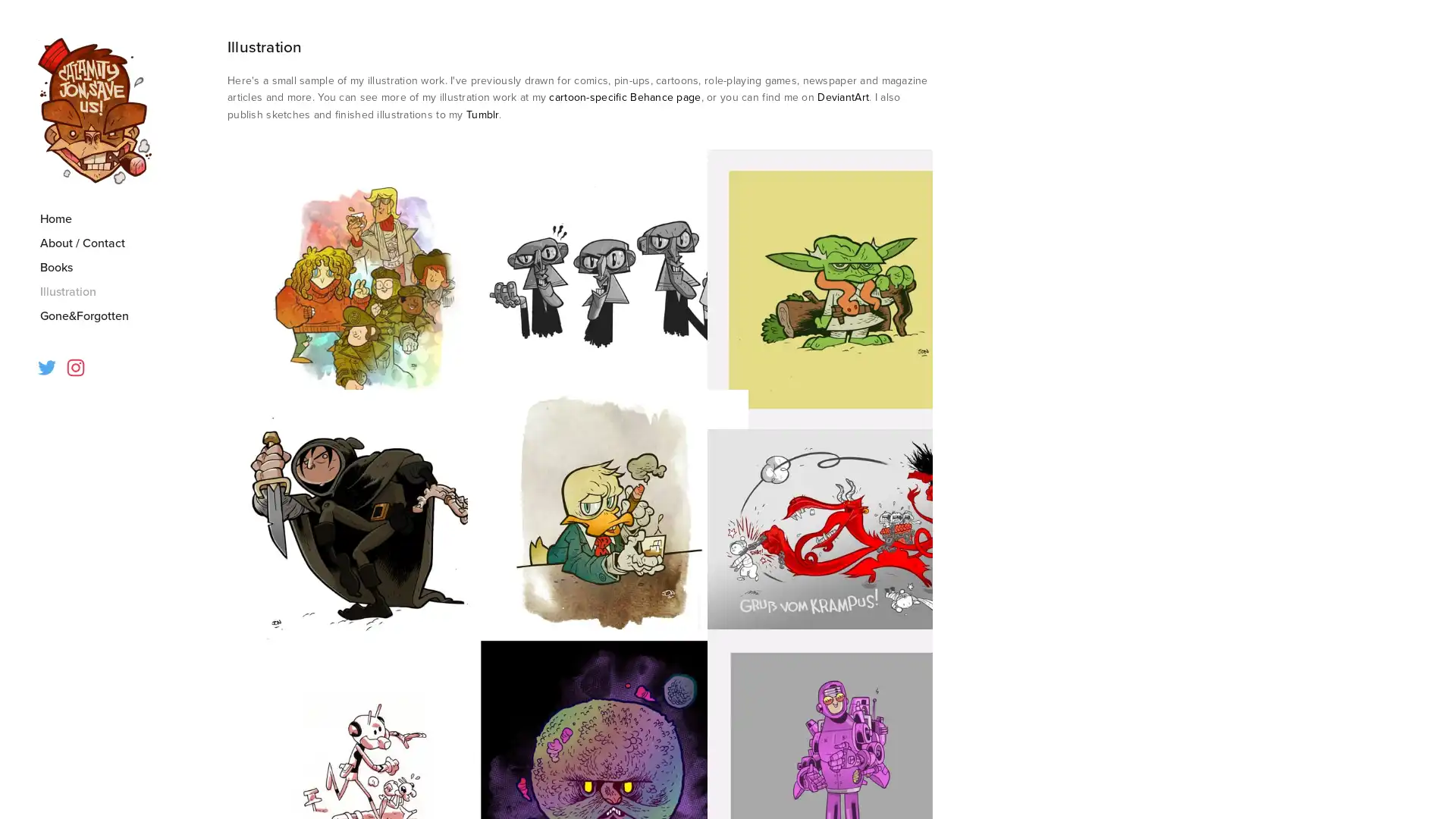 The image size is (1456, 819). What do you see at coordinates (579, 501) in the screenshot?
I see `View fullsize illos05.jpg` at bounding box center [579, 501].